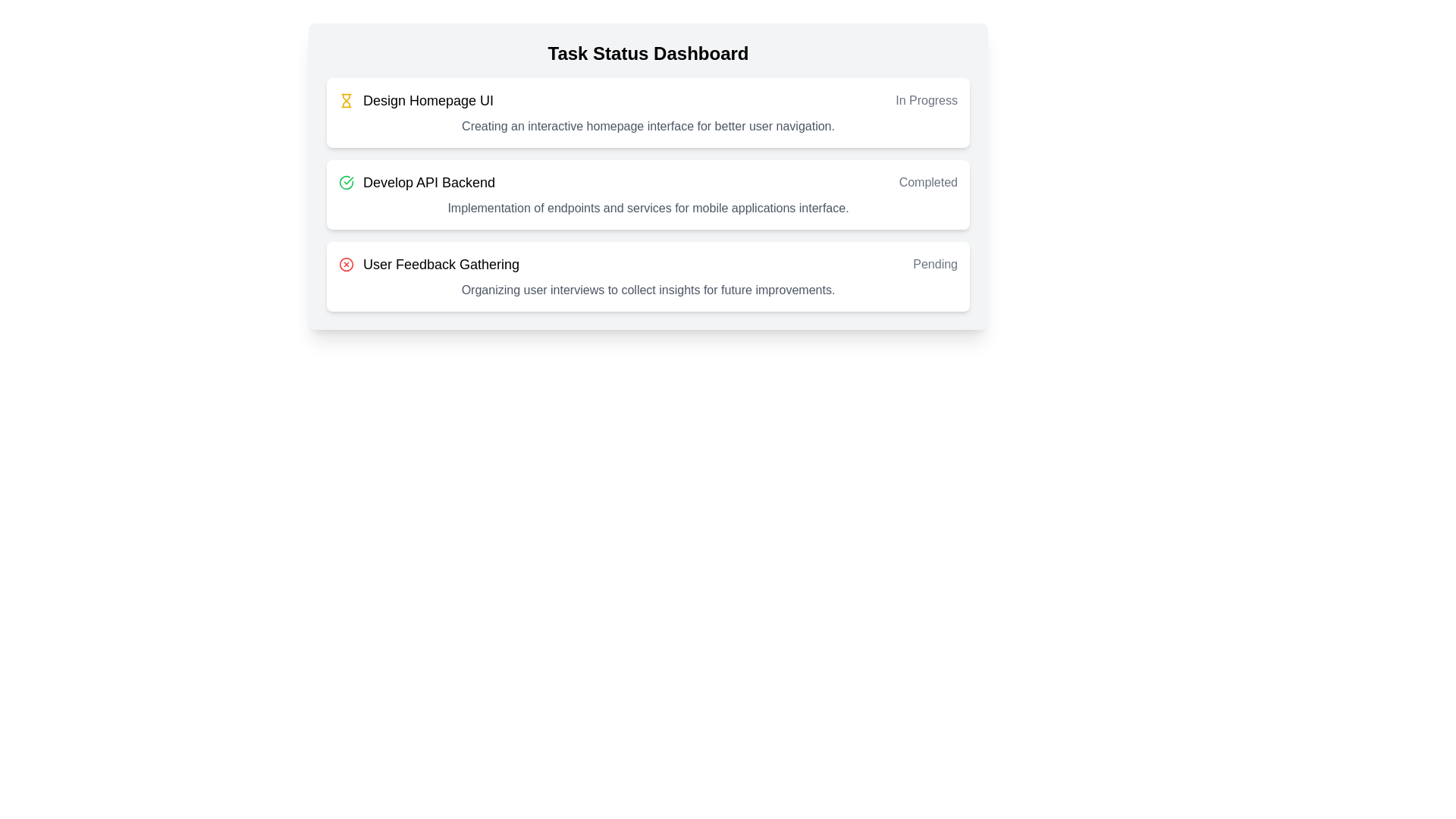 The height and width of the screenshot is (819, 1456). Describe the element at coordinates (934, 263) in the screenshot. I see `the status label indicating task progress located in the lower-most task card, adjacent to 'User Feedback Gathering'` at that location.